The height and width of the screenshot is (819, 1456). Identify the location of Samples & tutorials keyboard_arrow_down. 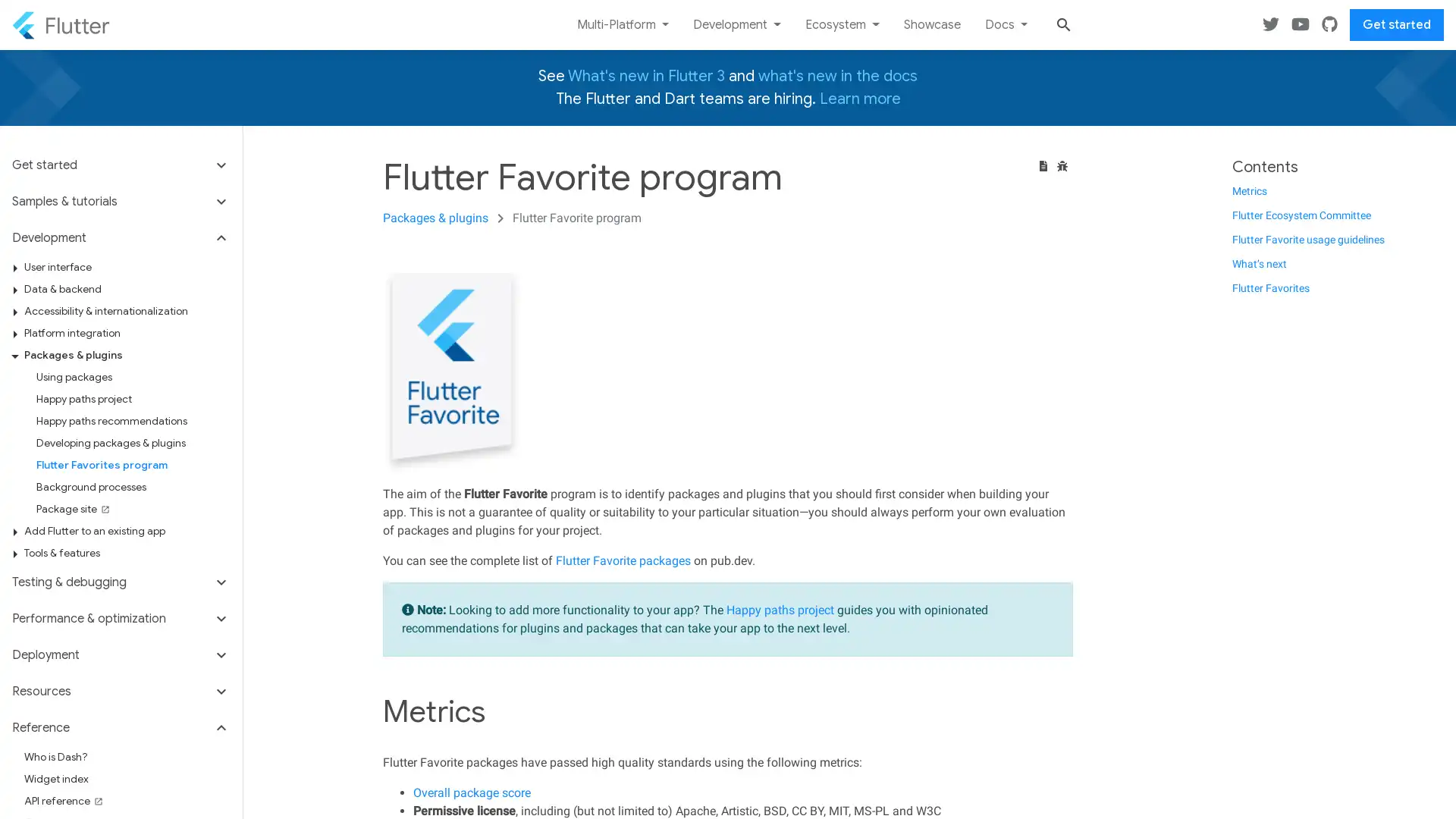
(120, 201).